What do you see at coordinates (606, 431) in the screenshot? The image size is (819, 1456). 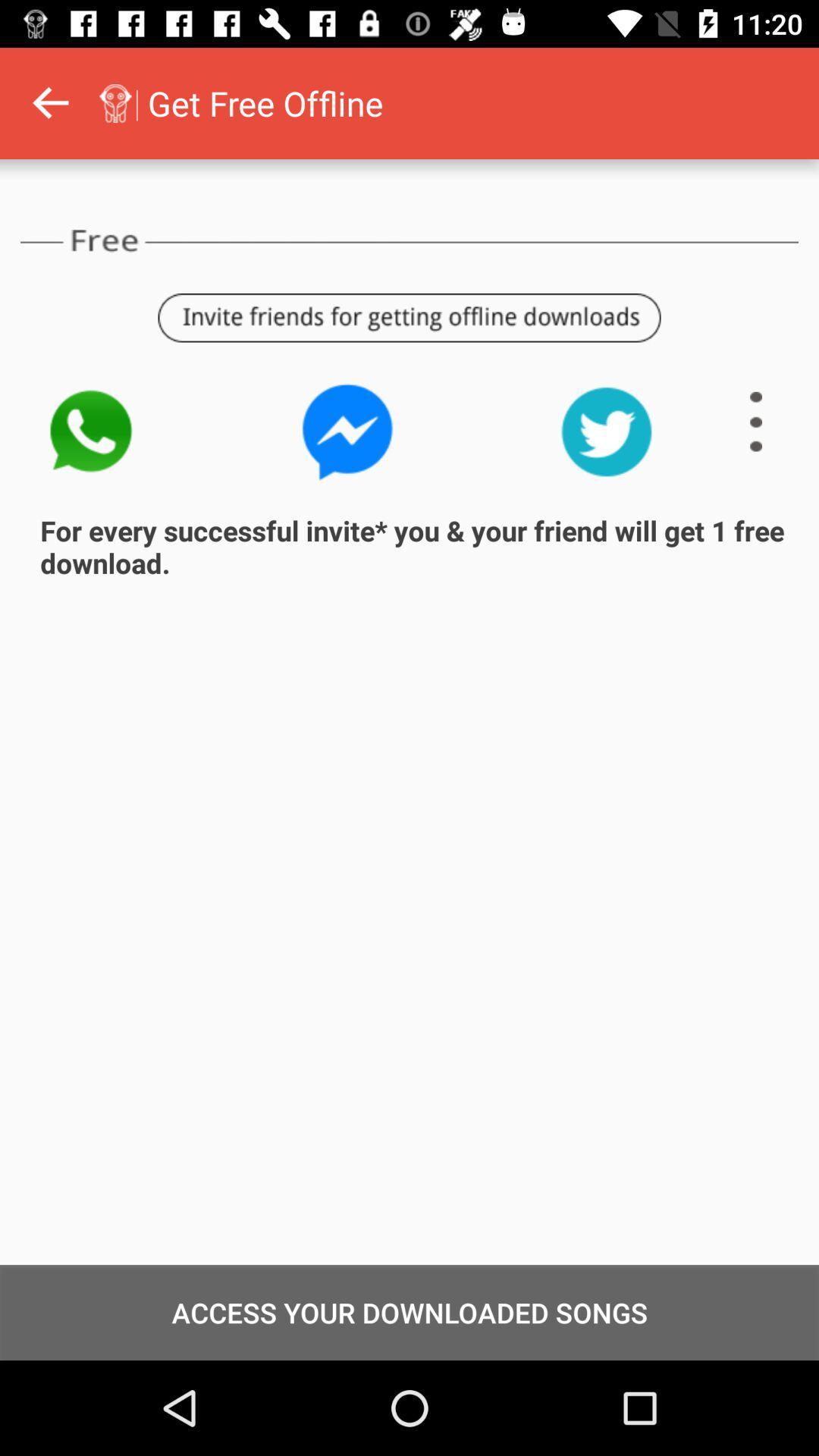 I see `twitter` at bounding box center [606, 431].